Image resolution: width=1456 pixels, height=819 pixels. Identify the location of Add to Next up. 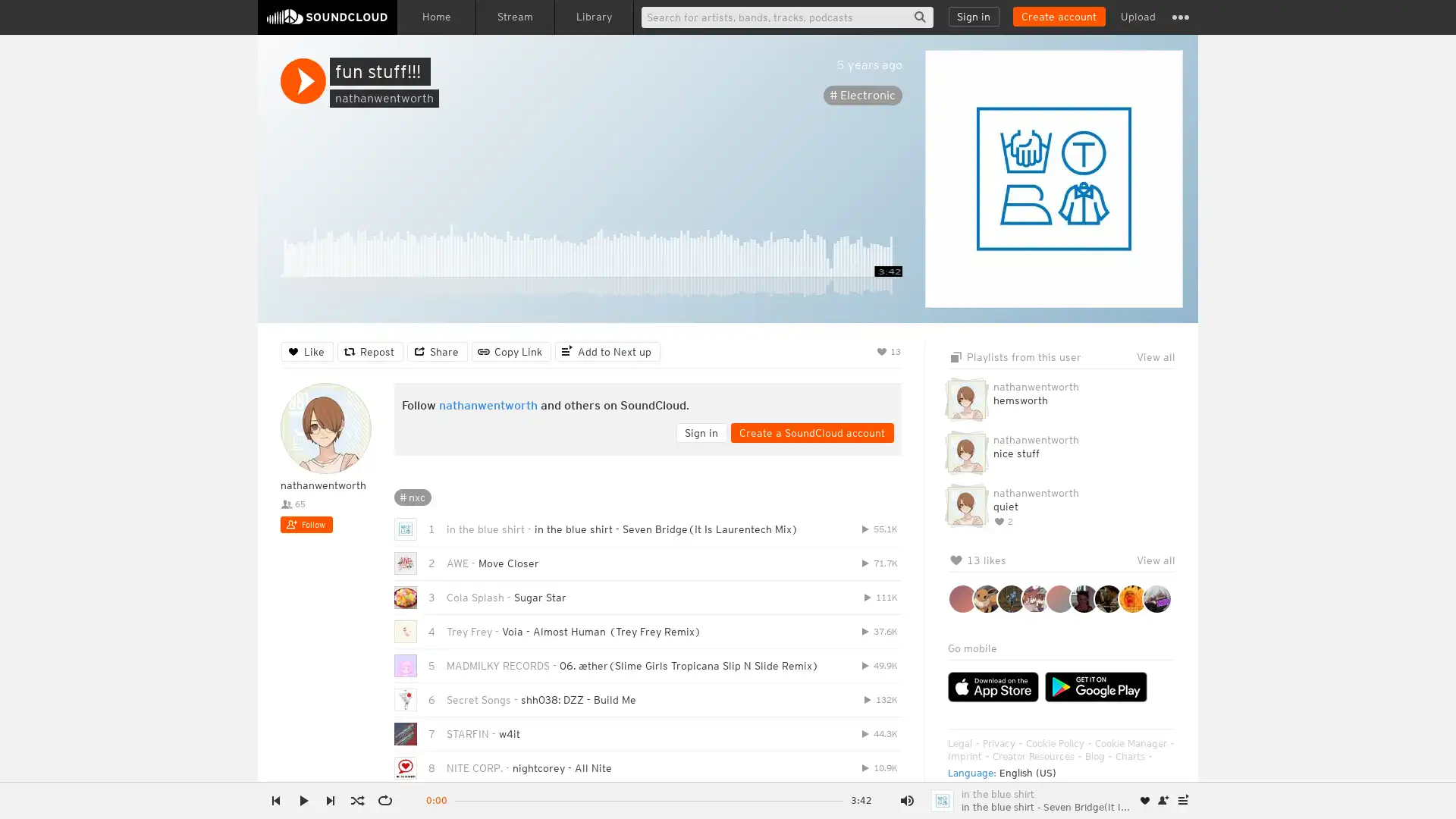
(607, 350).